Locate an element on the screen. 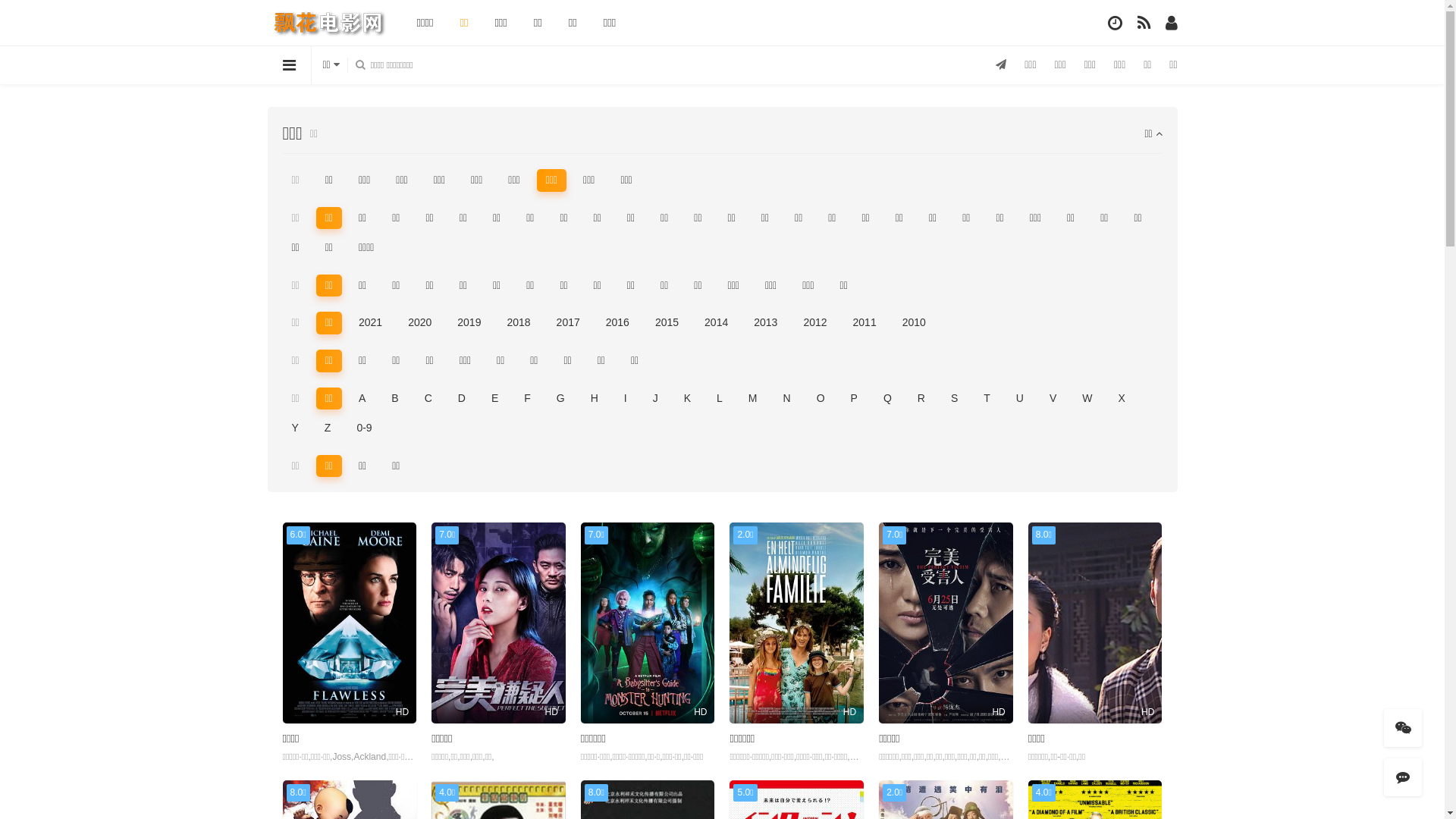 This screenshot has height=819, width=1456. 'V' is located at coordinates (1052, 397).